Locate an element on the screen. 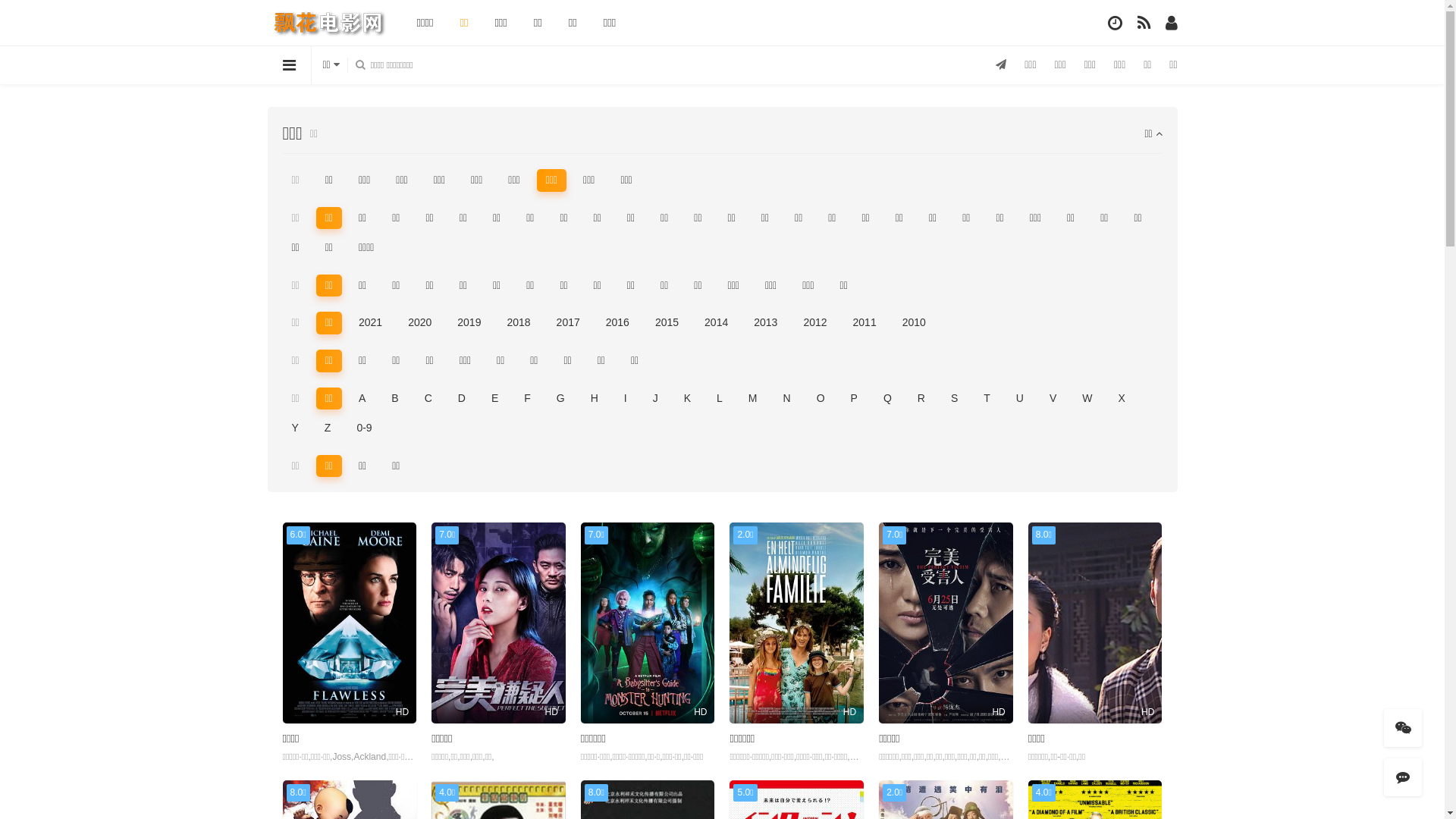 This screenshot has height=819, width=1456. 'V' is located at coordinates (1052, 397).